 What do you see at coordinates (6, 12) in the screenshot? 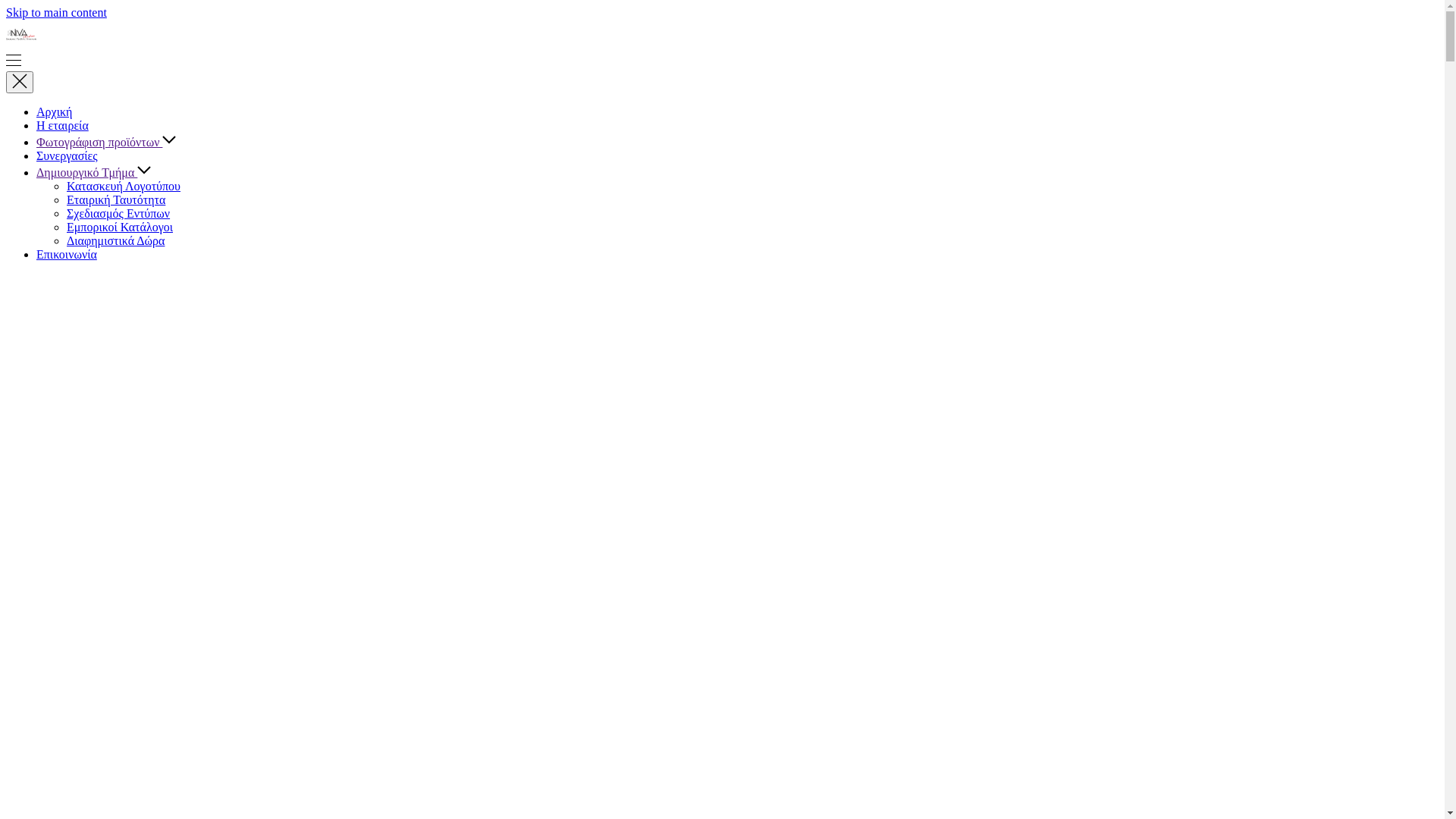
I see `'Skip to main content'` at bounding box center [6, 12].